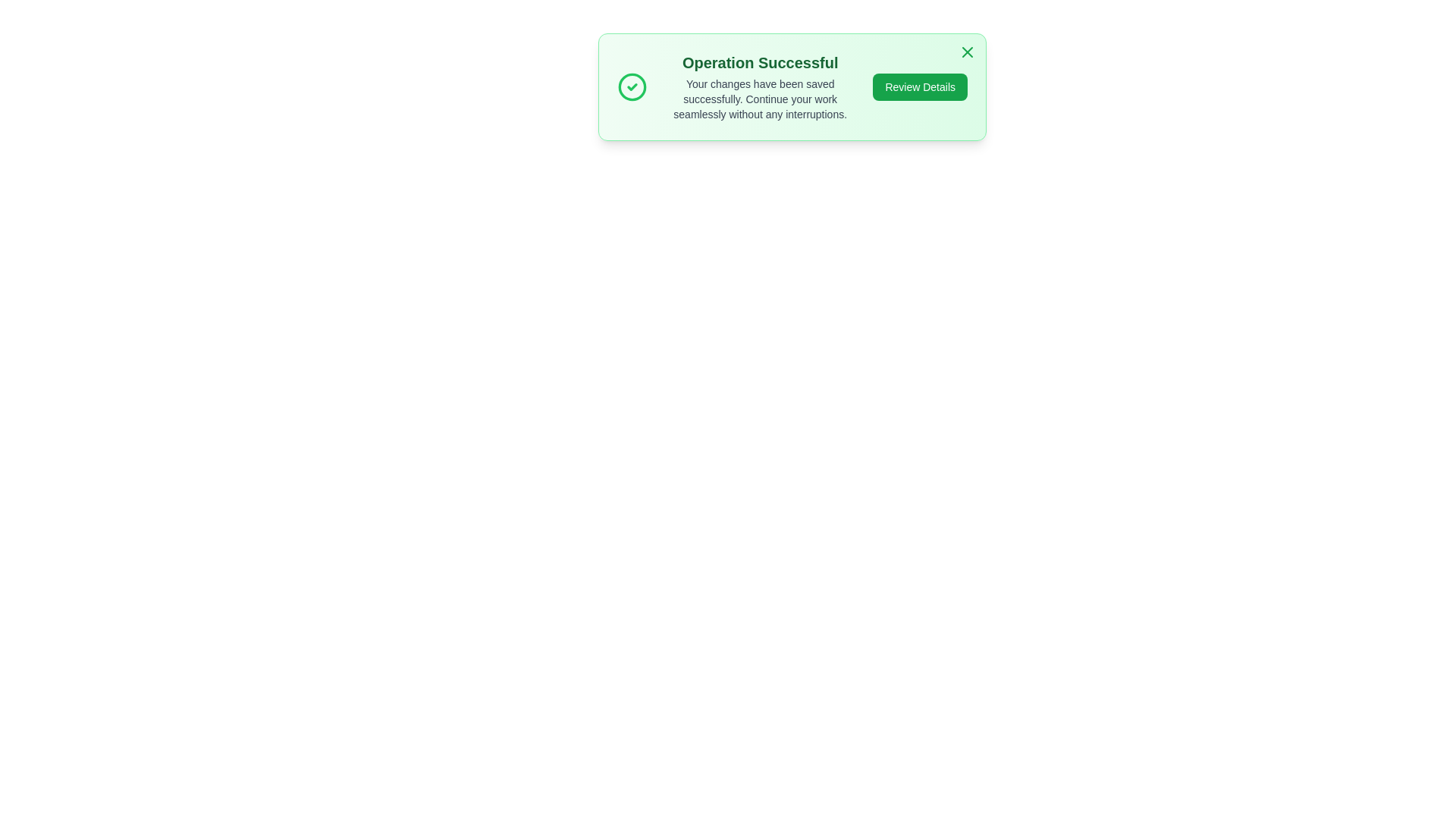 The width and height of the screenshot is (1456, 819). Describe the element at coordinates (967, 52) in the screenshot. I see `the dismiss button to close the alert` at that location.